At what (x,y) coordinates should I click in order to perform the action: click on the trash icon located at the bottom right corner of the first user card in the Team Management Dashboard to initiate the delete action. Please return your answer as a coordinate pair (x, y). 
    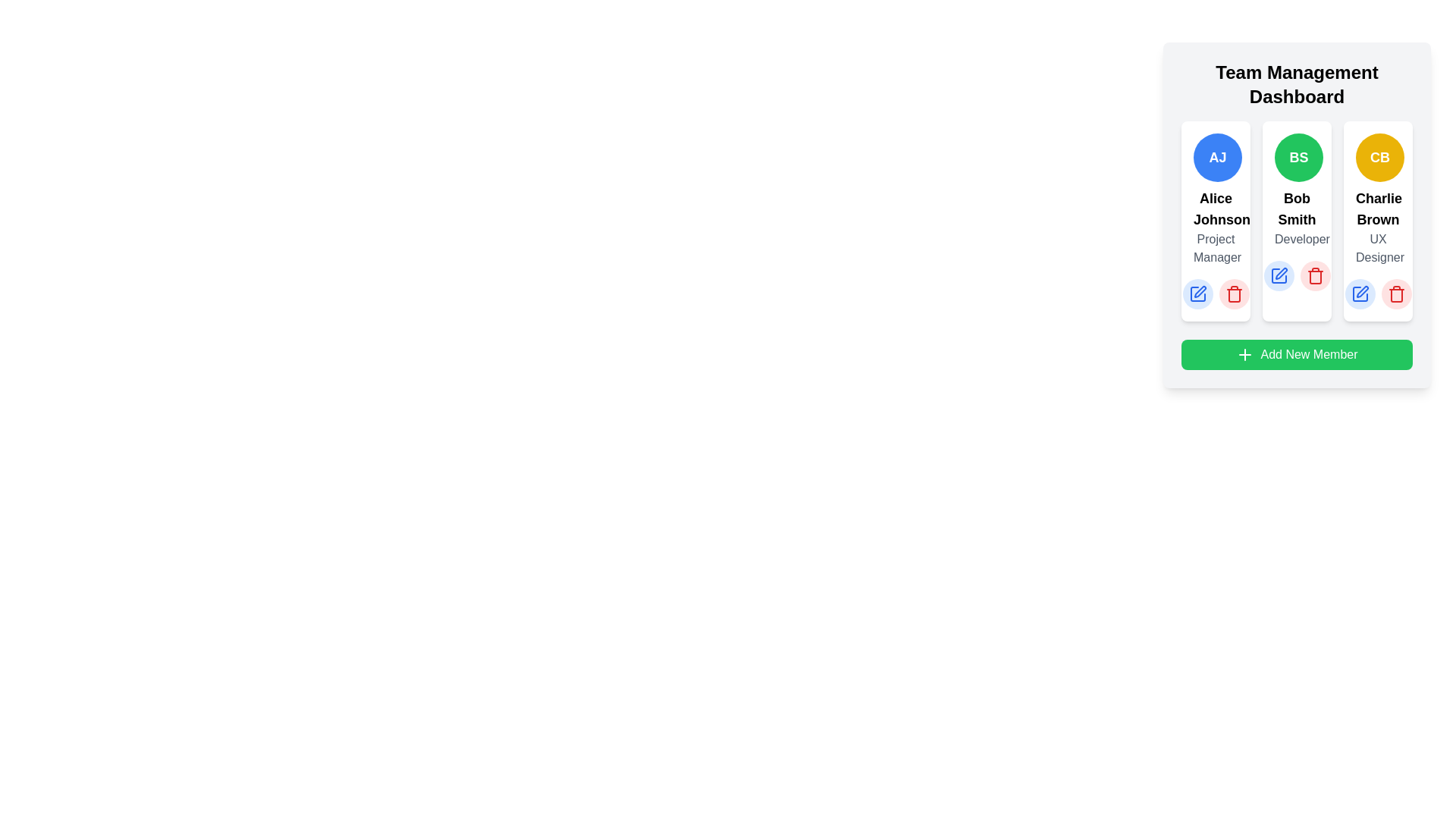
    Looking at the image, I should click on (1234, 294).